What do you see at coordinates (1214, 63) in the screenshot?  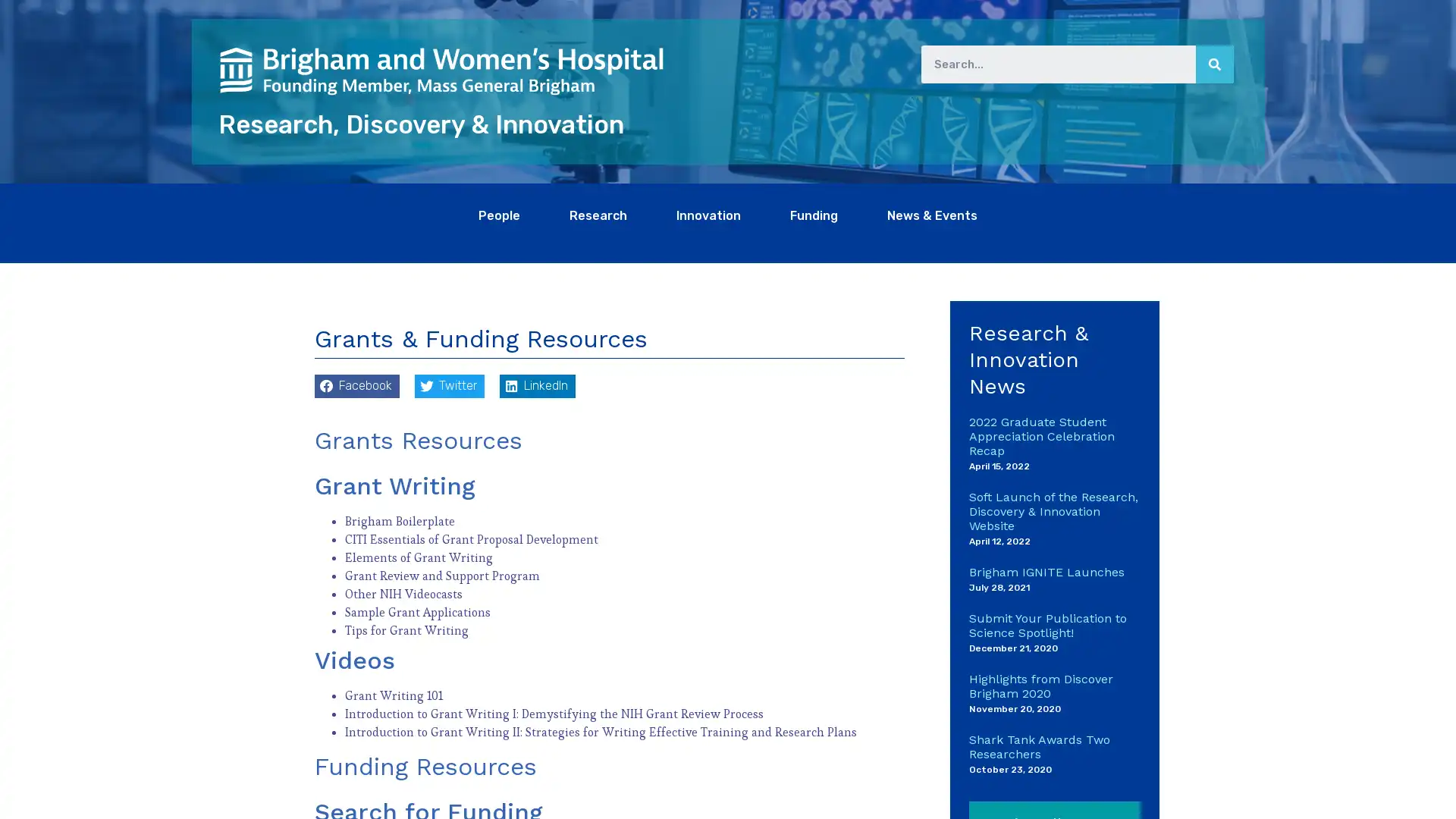 I see `Search` at bounding box center [1214, 63].